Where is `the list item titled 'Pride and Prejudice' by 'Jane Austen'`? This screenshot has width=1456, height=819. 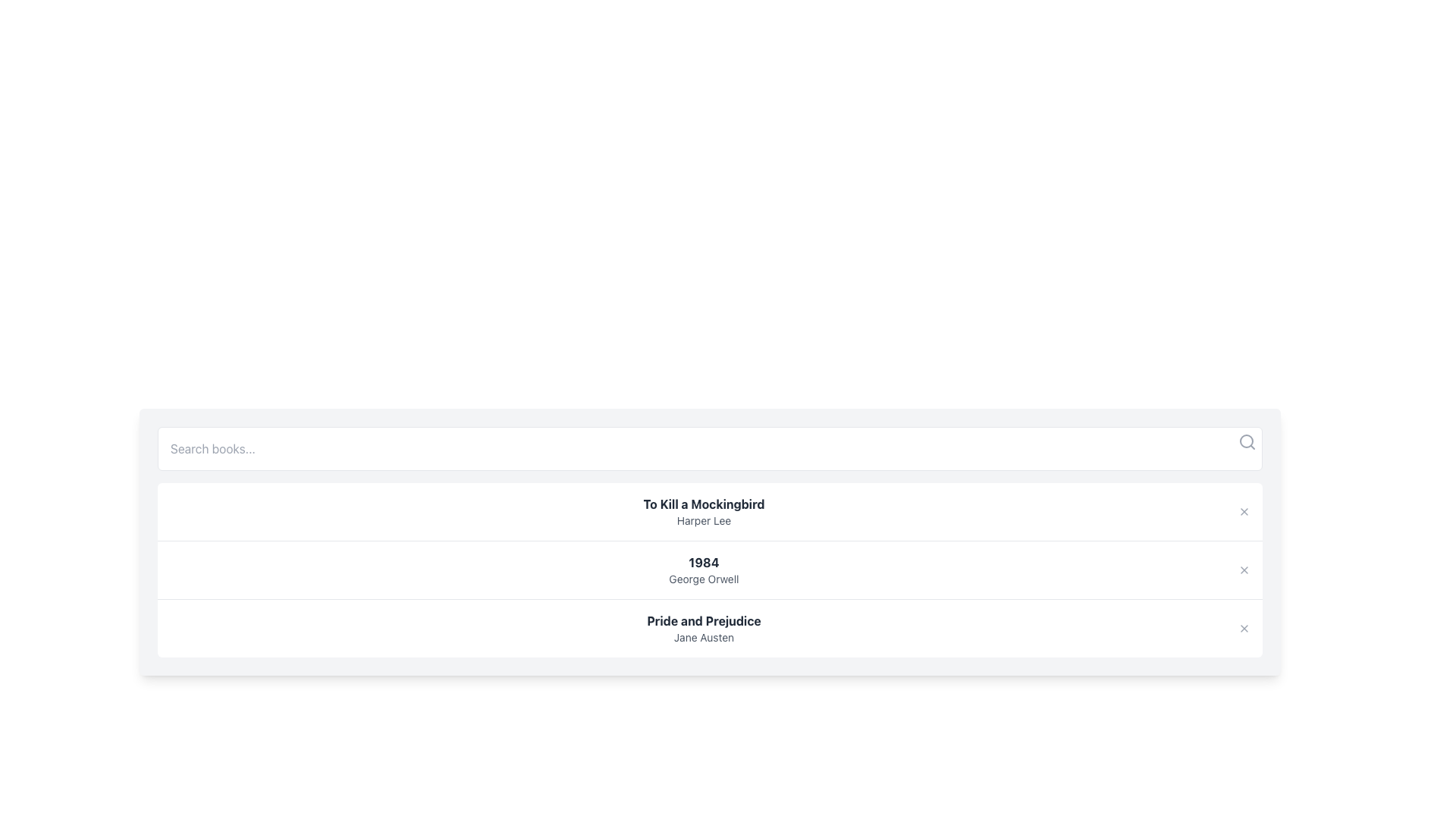
the list item titled 'Pride and Prejudice' by 'Jane Austen' is located at coordinates (709, 628).